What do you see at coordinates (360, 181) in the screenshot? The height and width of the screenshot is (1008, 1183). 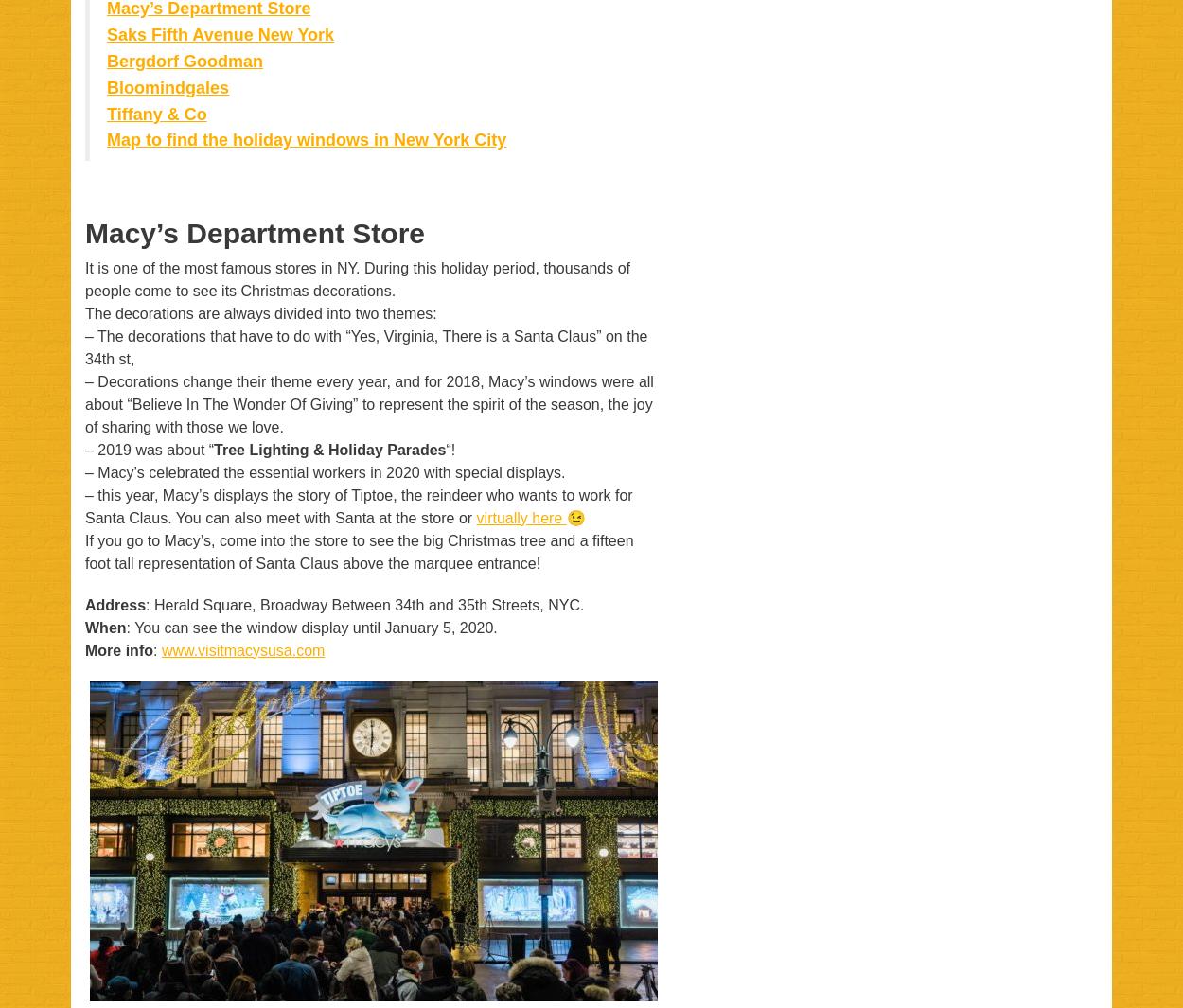 I see `'Are the windows usually decorated by the weekend before Thanksgiving?'` at bounding box center [360, 181].